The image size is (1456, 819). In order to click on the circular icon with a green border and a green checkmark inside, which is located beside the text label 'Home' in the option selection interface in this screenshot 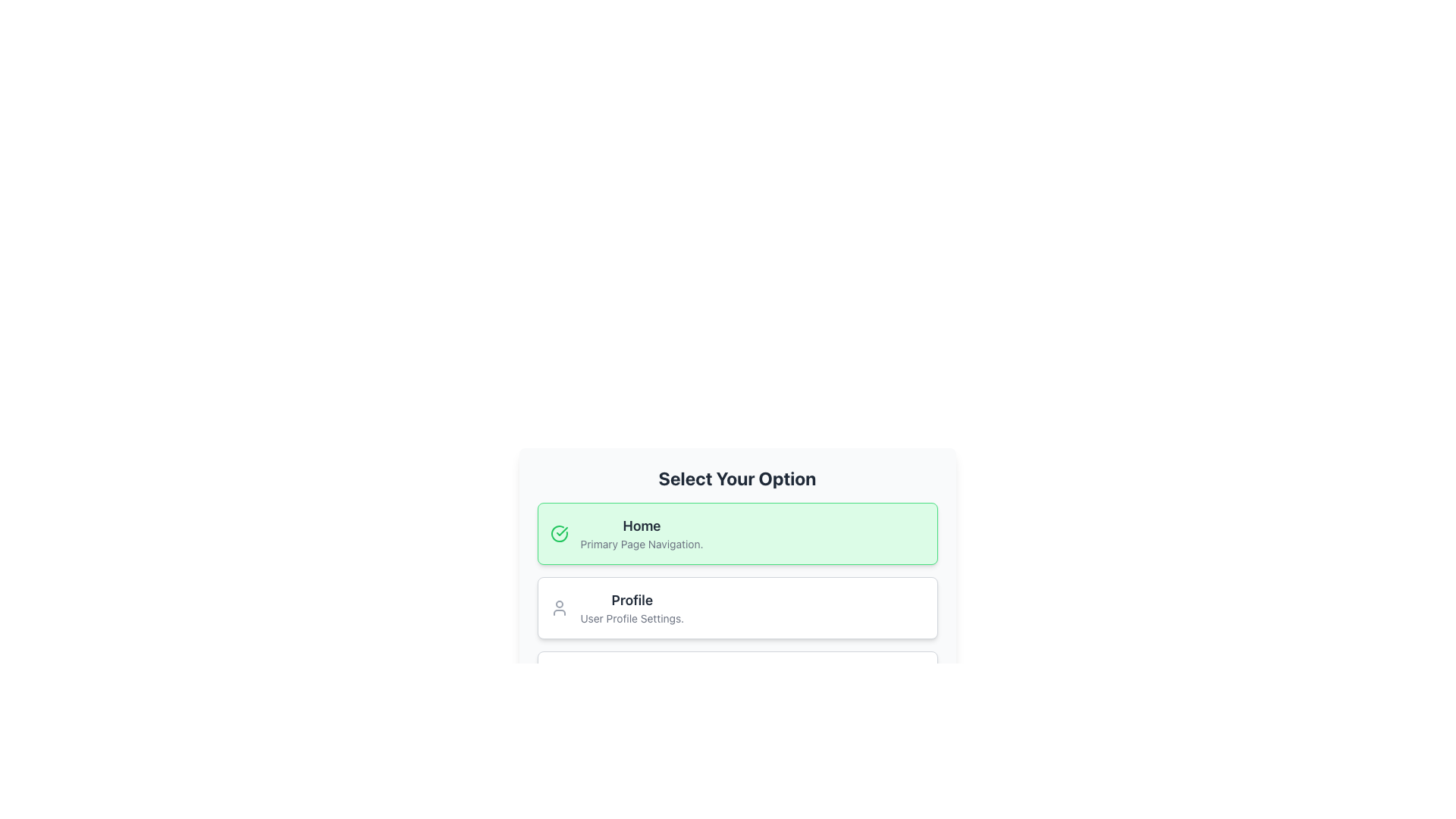, I will do `click(558, 533)`.